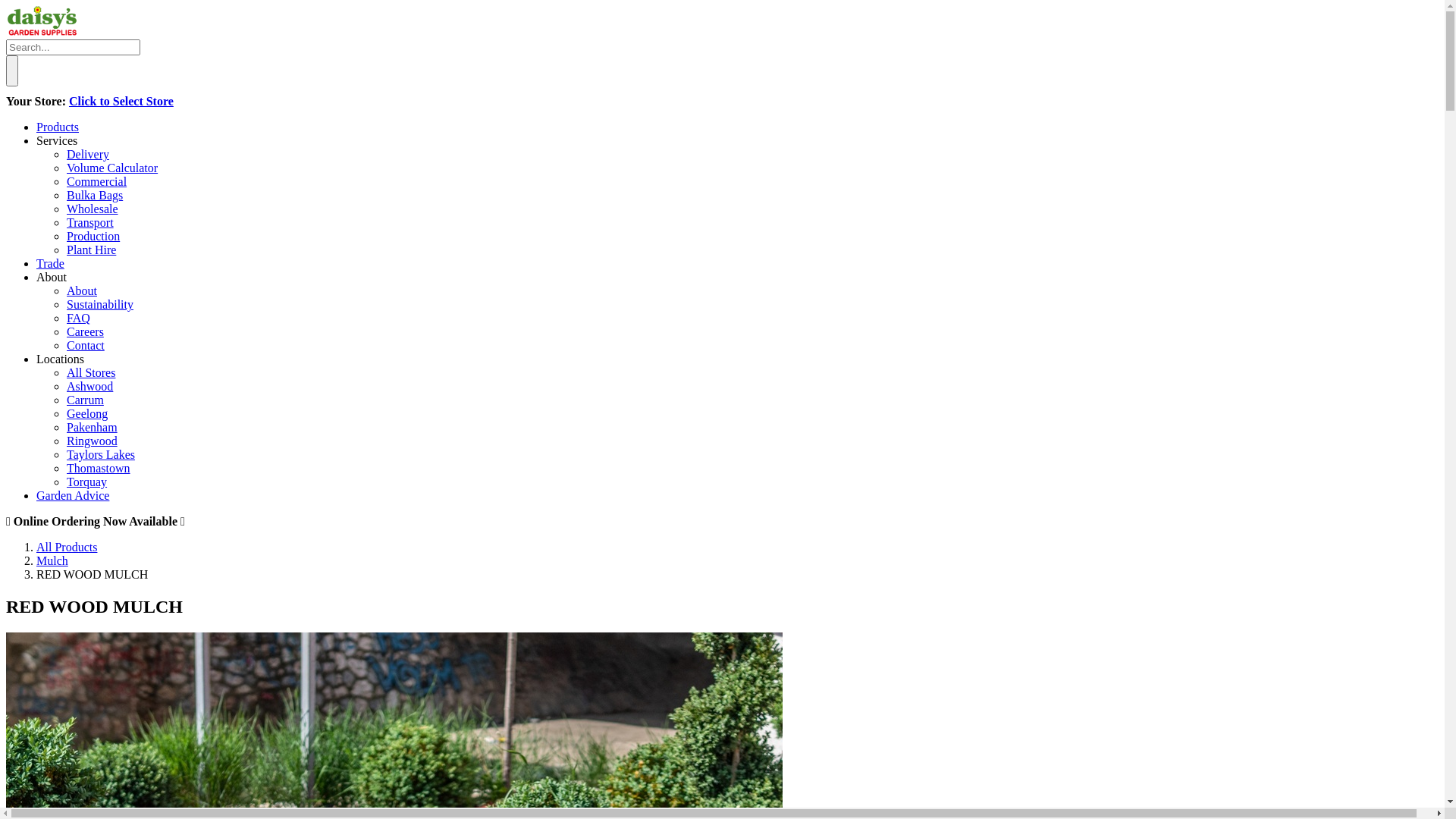  Describe the element at coordinates (65, 236) in the screenshot. I see `'Production'` at that location.